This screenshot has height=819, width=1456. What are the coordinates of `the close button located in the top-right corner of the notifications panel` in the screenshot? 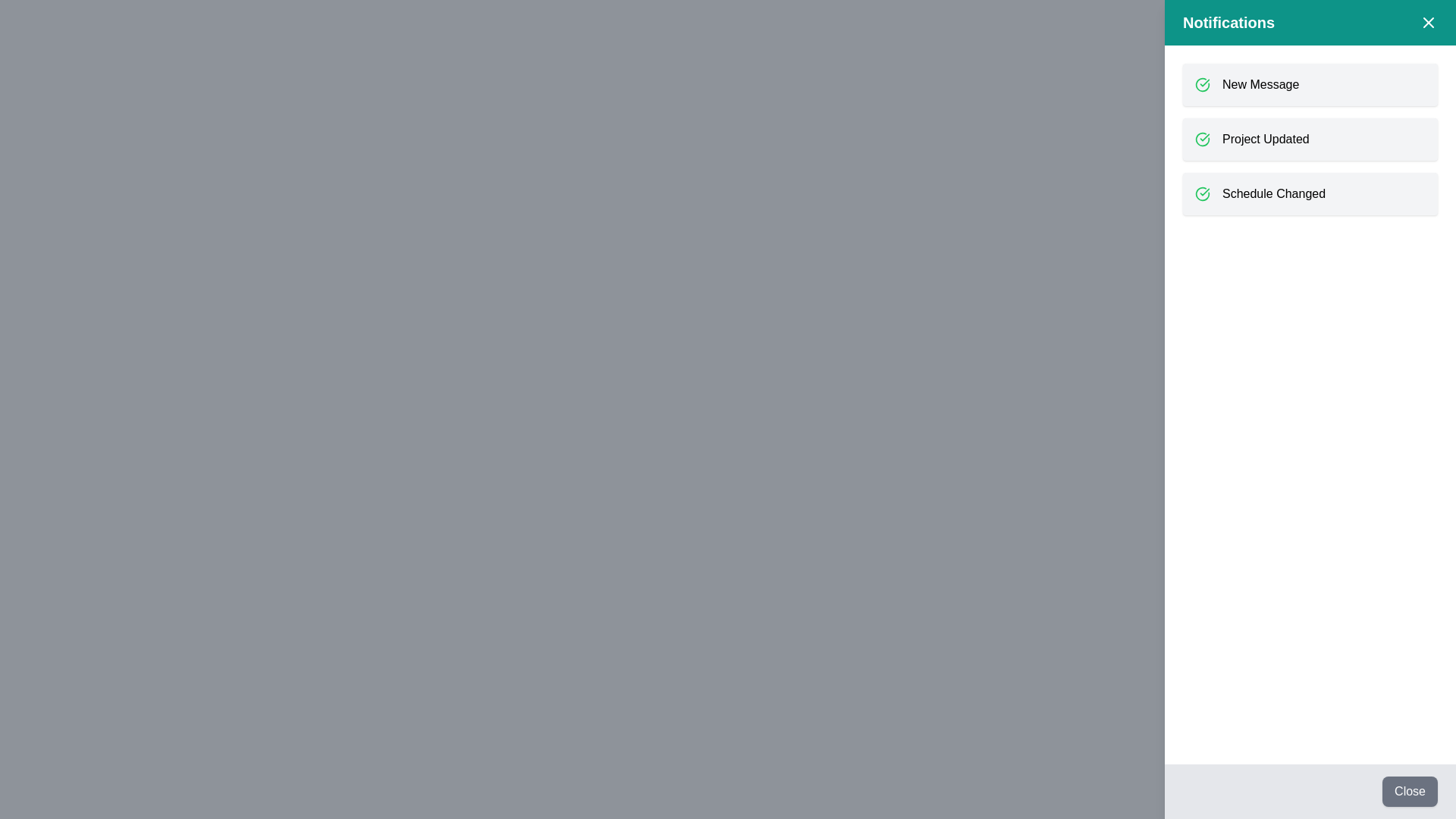 It's located at (1422, 33).